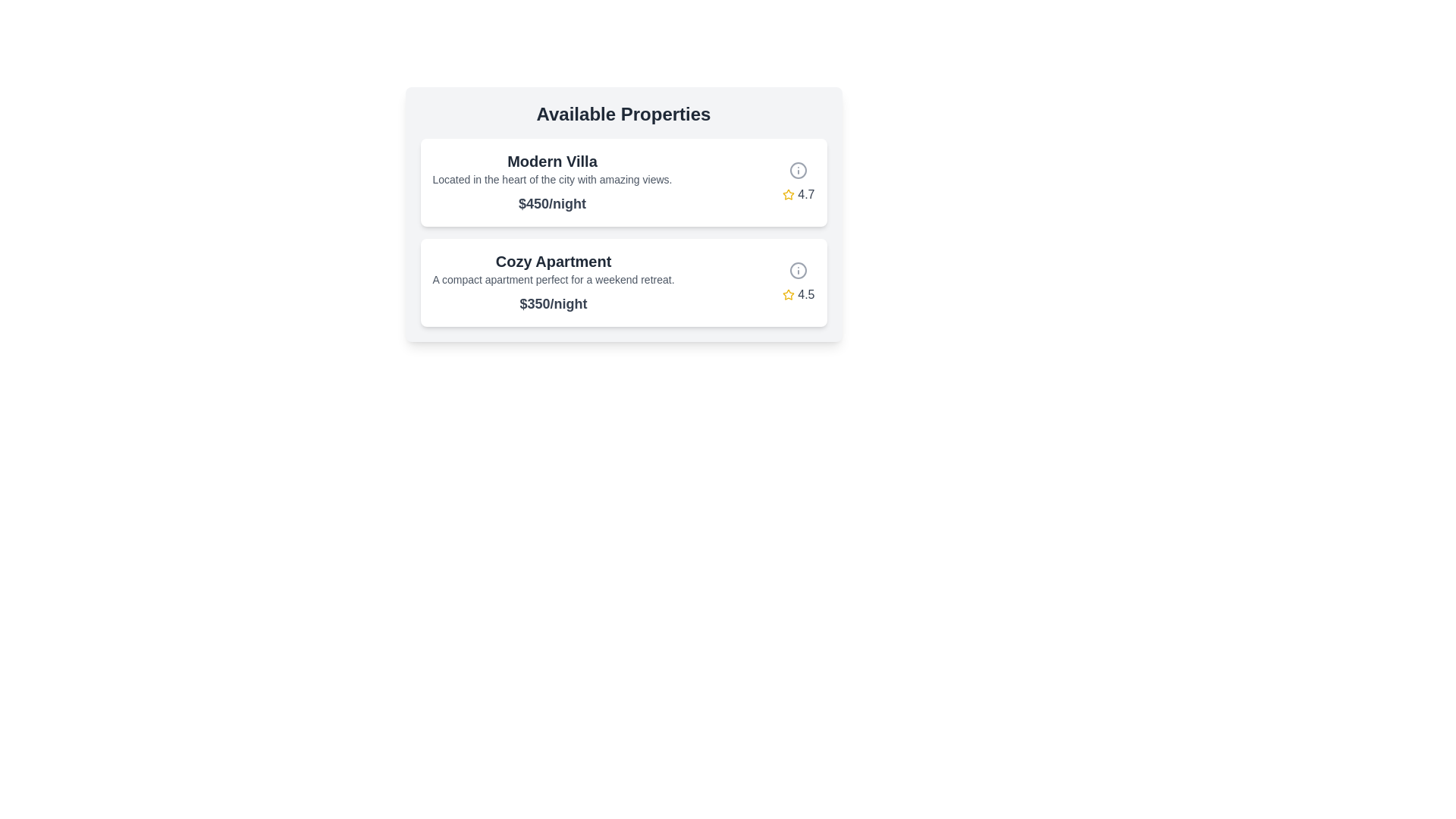 The width and height of the screenshot is (1456, 819). What do you see at coordinates (798, 170) in the screenshot?
I see `the circular icon with a gray outline containing an exclamation mark, located above the star icon and to the right of the numerical rating '4.7' in the 'Modern Villa' property listing` at bounding box center [798, 170].